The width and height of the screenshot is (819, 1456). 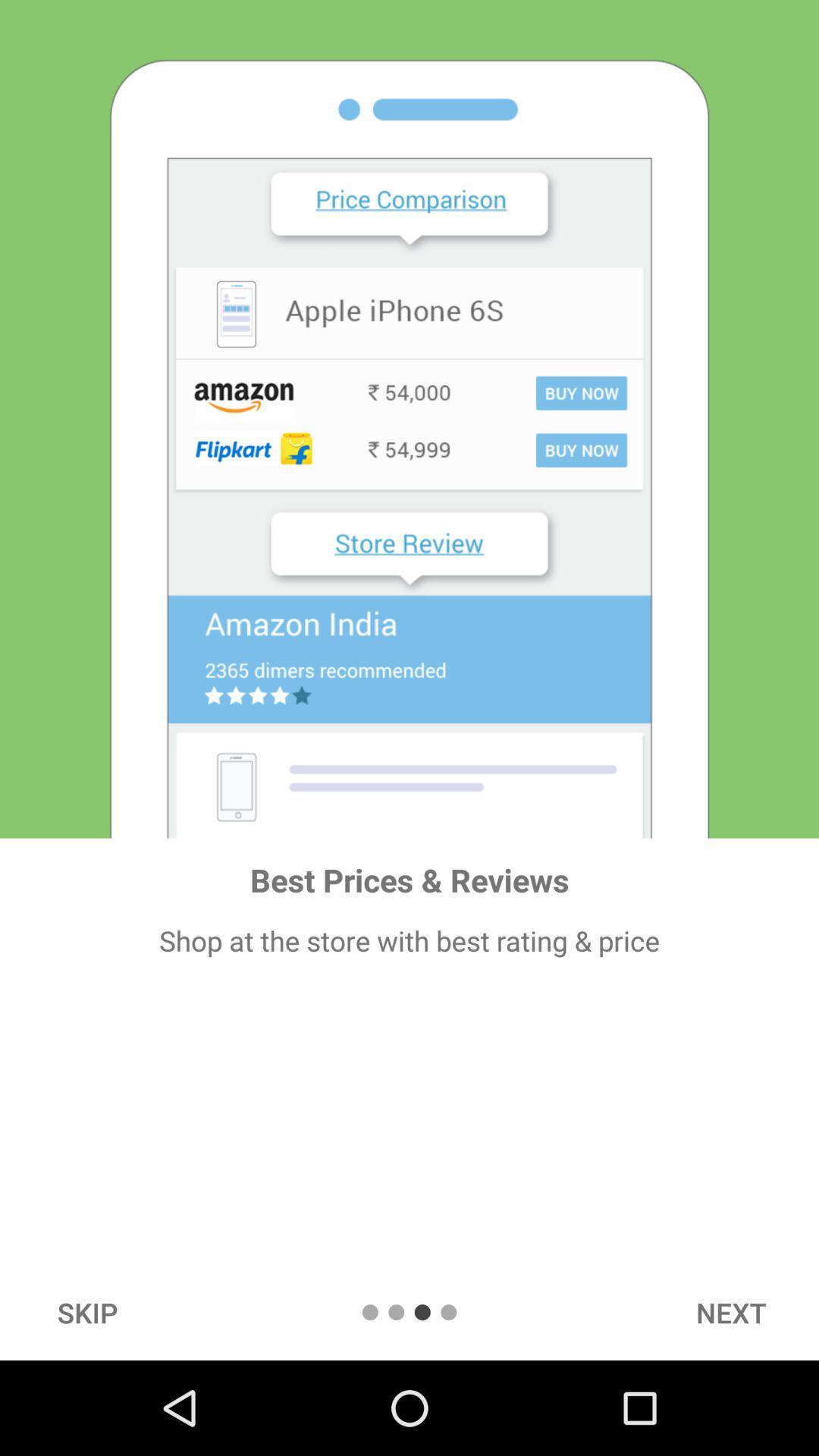 I want to click on the icon below the shop at the icon, so click(x=87, y=1312).